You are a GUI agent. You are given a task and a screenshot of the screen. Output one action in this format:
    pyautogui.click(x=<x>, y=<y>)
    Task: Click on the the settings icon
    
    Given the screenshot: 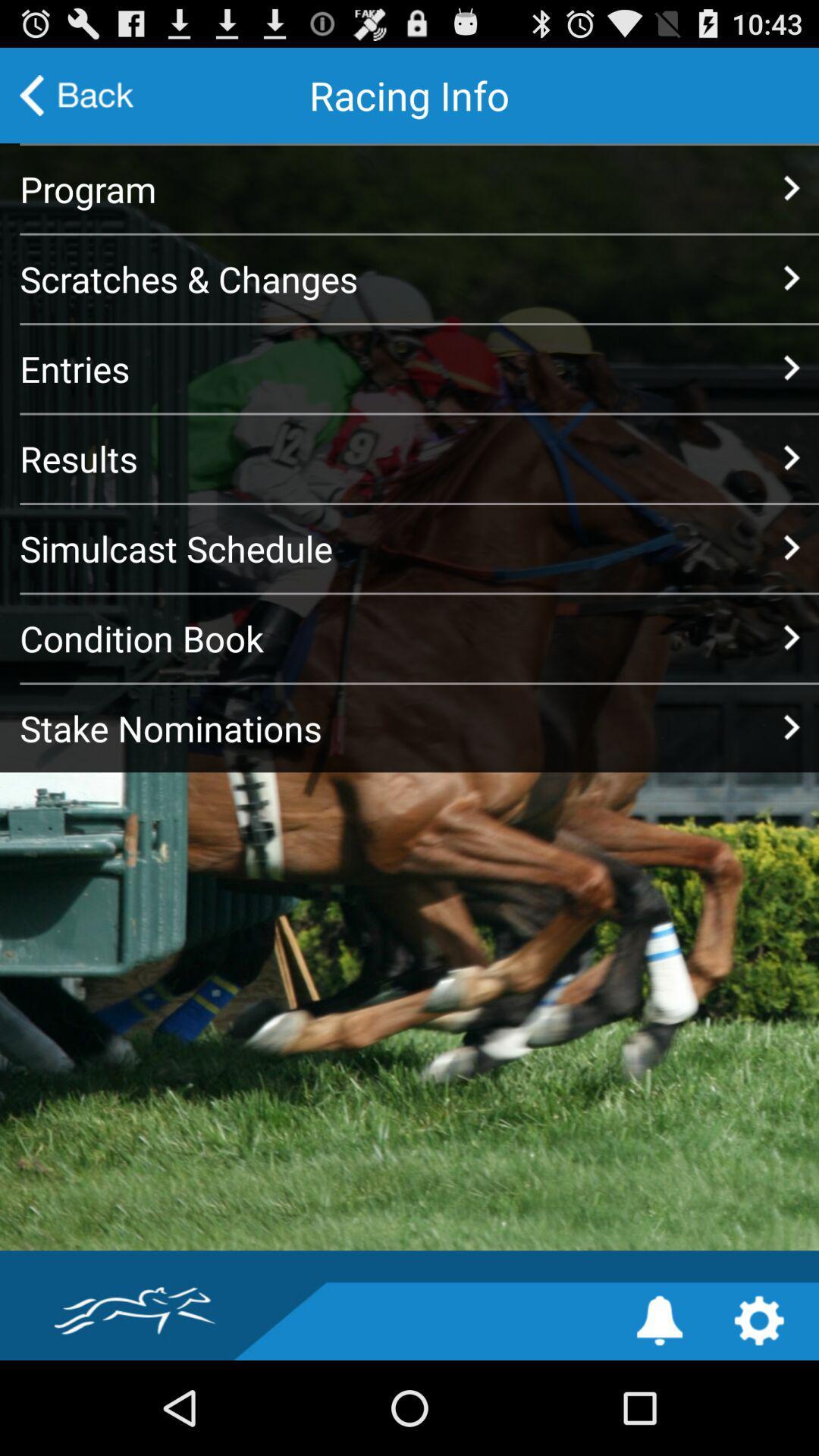 What is the action you would take?
    pyautogui.click(x=759, y=1412)
    